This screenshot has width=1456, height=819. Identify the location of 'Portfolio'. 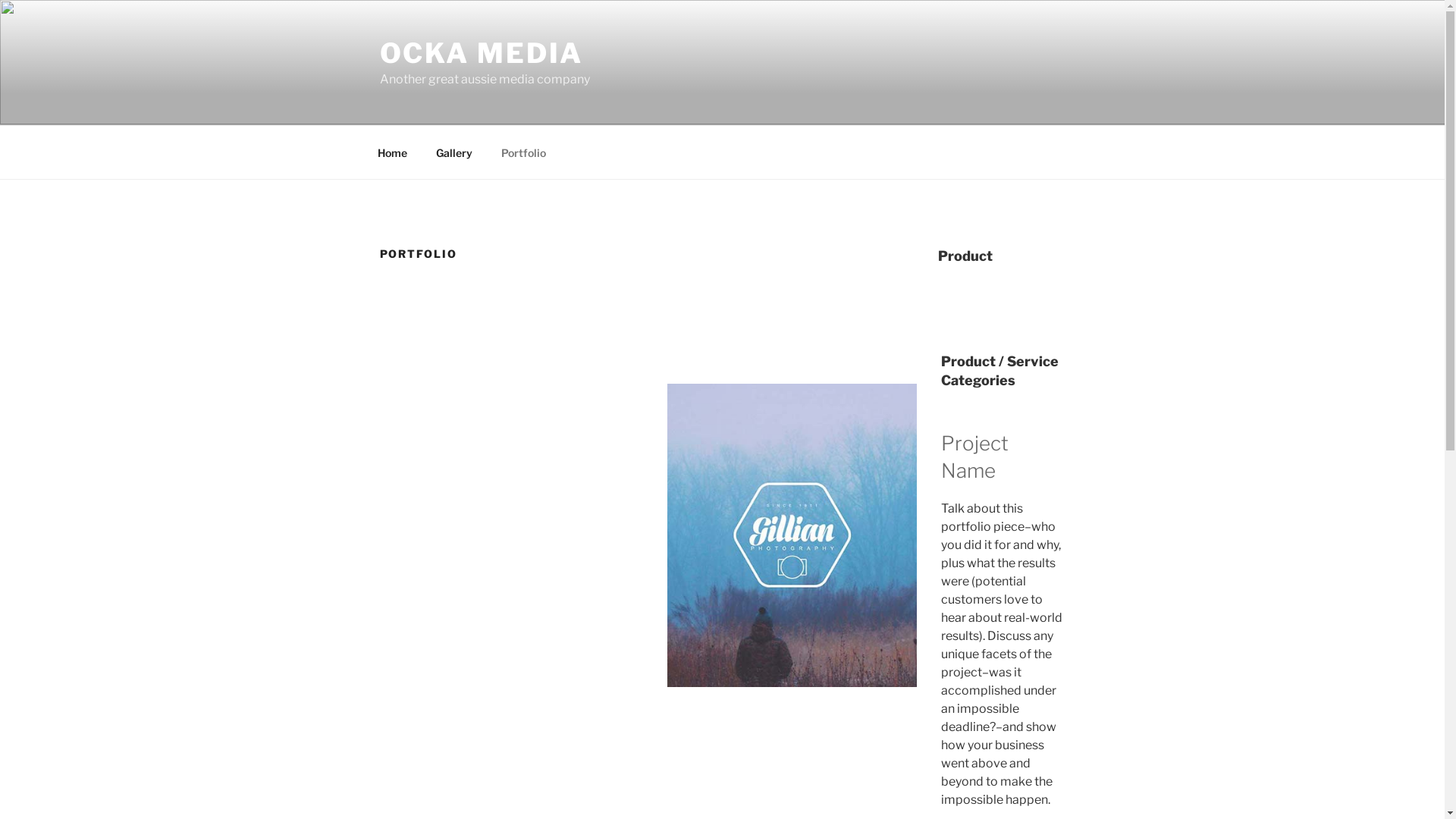
(524, 152).